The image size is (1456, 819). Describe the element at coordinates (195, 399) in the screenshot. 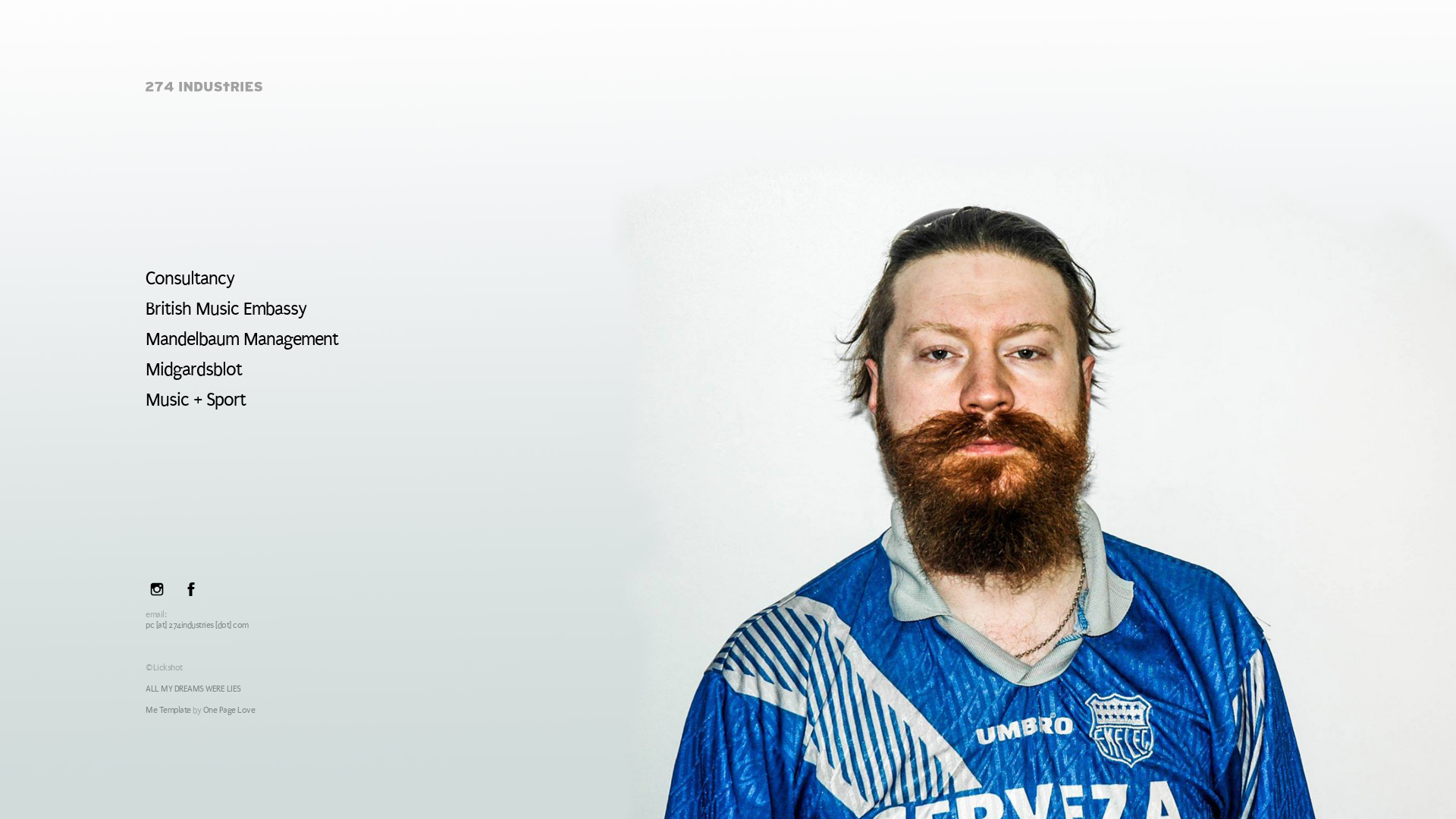

I see `'Music + Sport'` at that location.